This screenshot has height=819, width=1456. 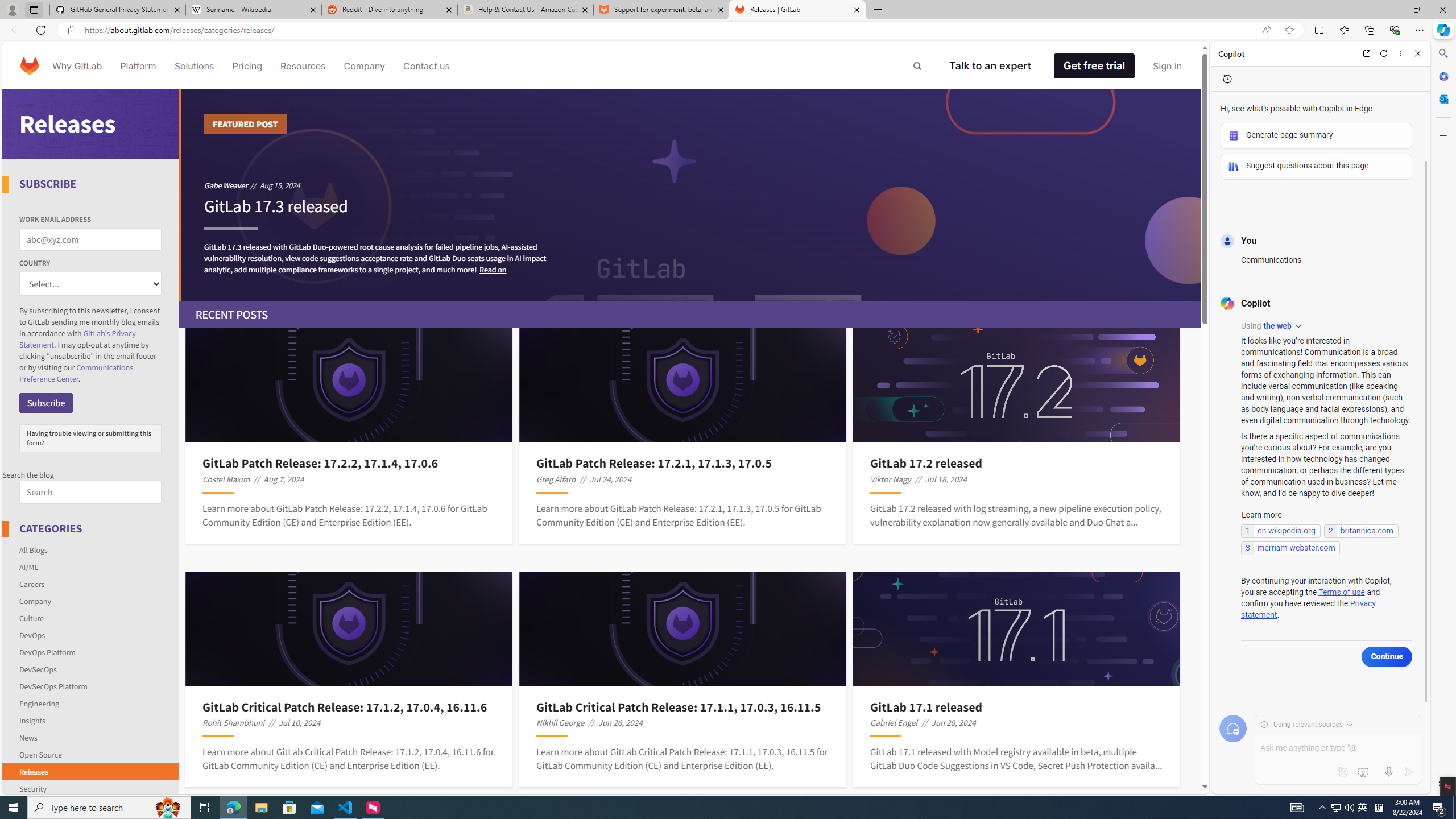 What do you see at coordinates (40, 754) in the screenshot?
I see `'Open Source'` at bounding box center [40, 754].